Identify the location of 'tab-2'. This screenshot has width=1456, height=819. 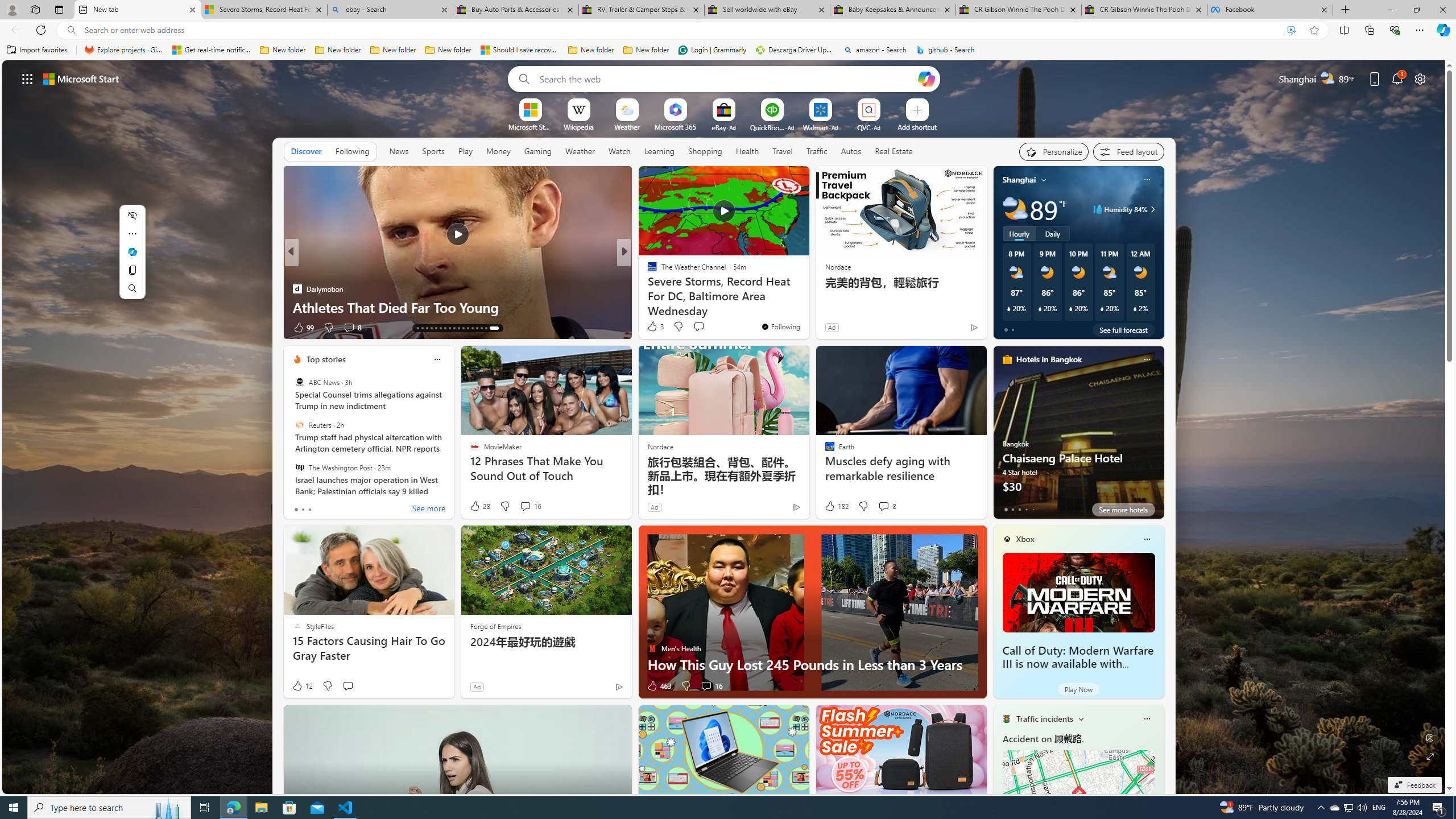
(1020, 509).